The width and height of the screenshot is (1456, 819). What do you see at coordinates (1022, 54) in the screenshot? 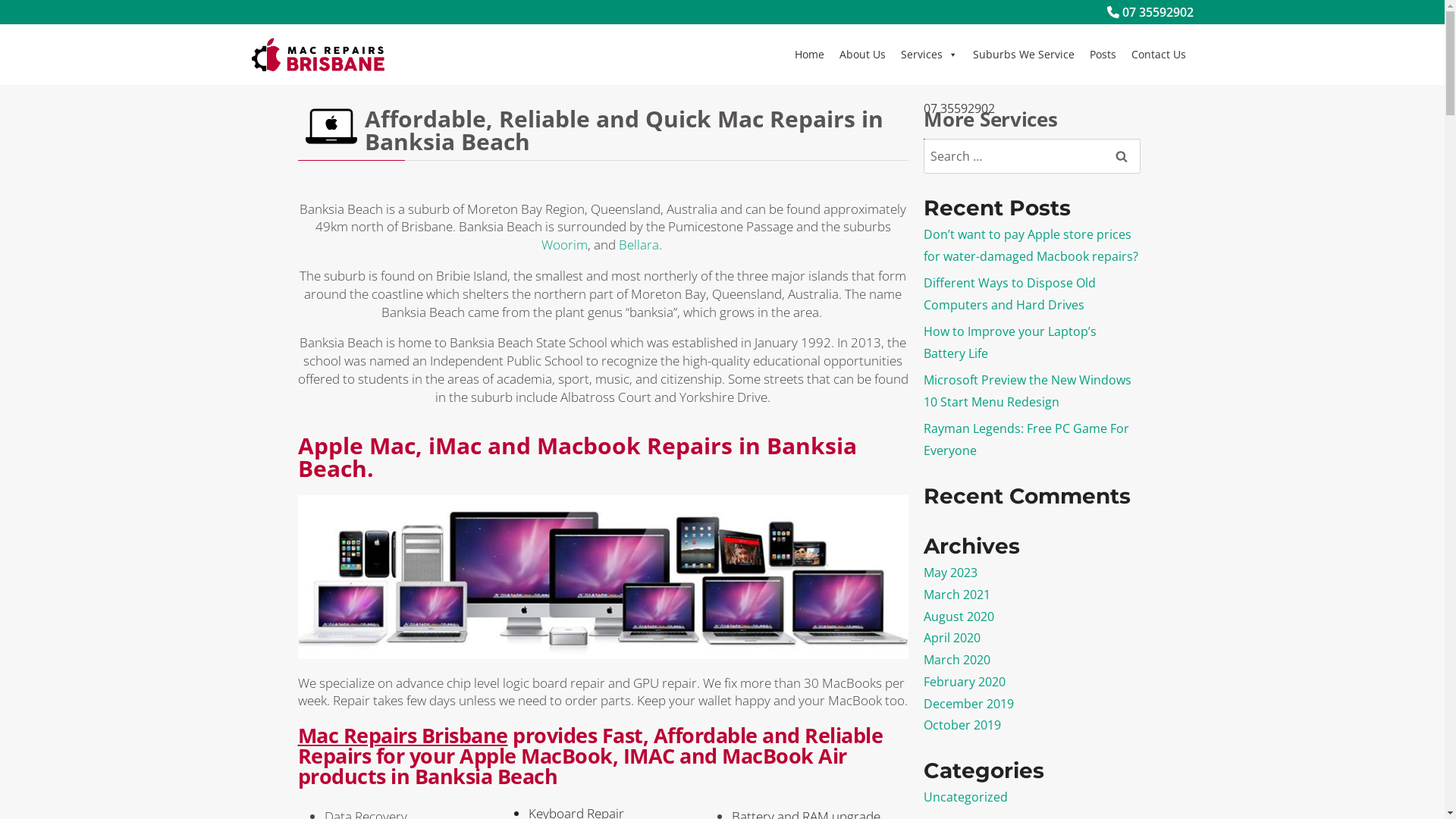
I see `'Suburbs We Service'` at bounding box center [1022, 54].